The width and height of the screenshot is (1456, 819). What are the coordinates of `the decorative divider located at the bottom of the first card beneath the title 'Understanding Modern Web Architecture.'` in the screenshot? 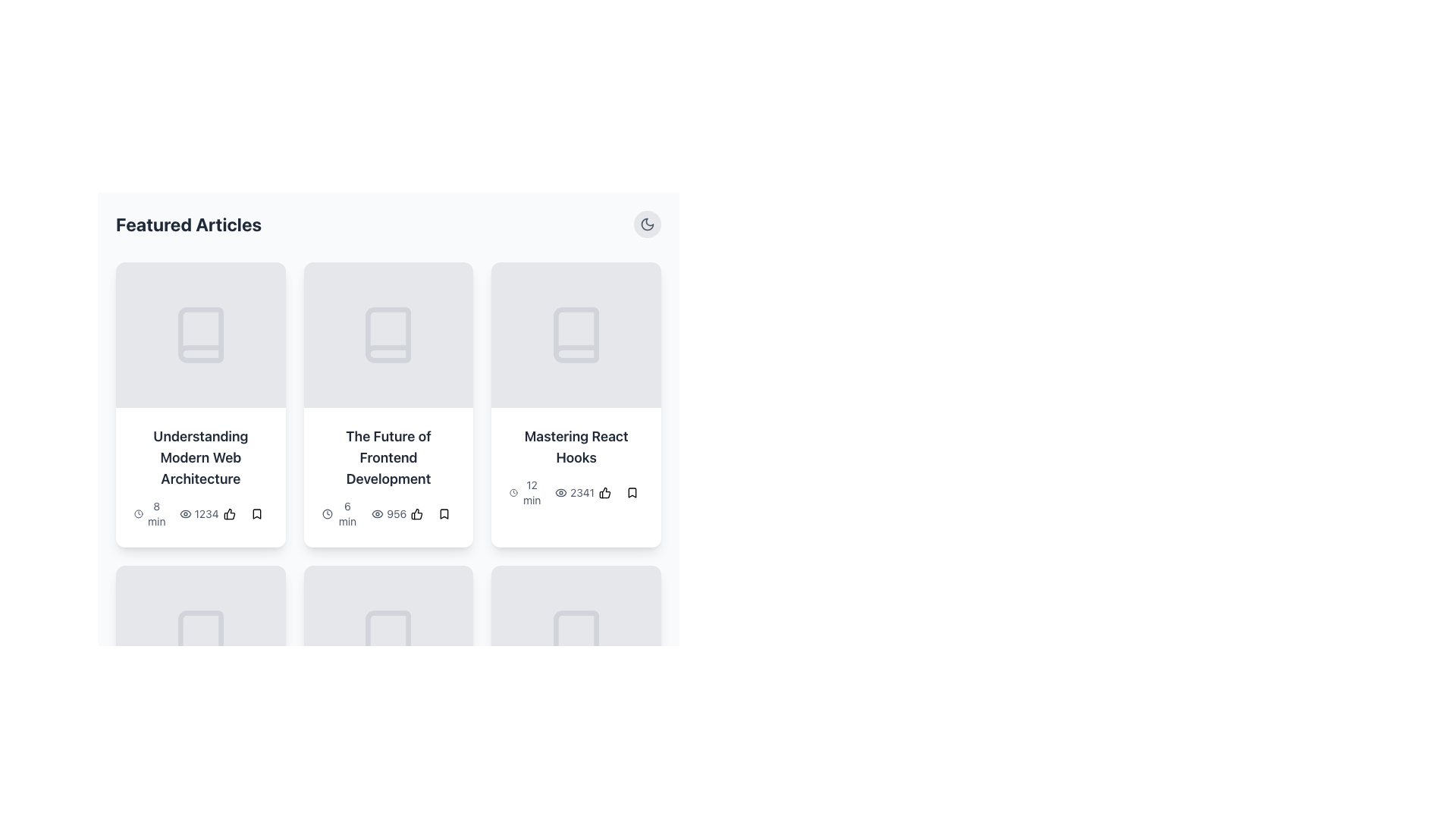 It's located at (199, 406).